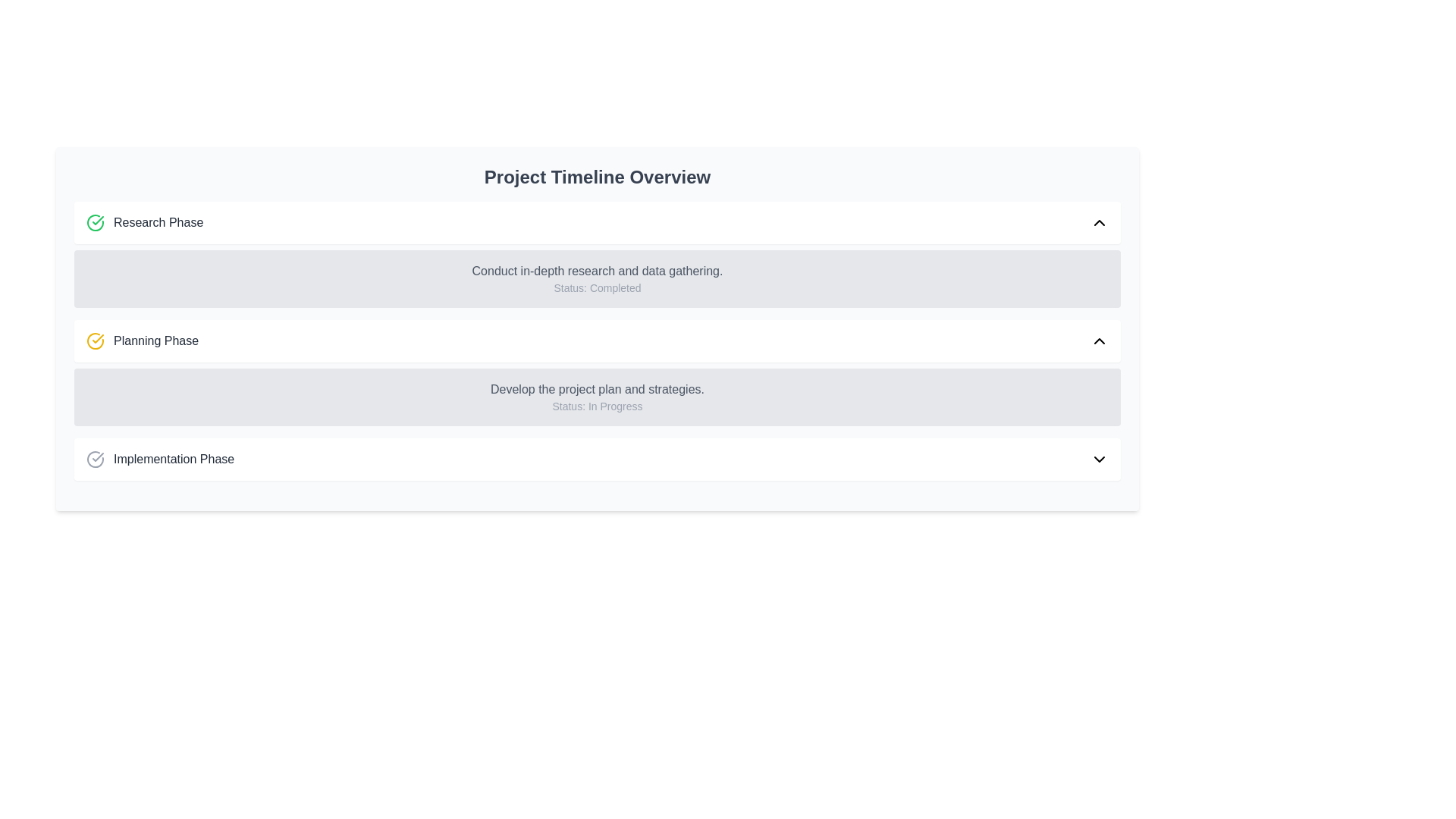 This screenshot has width=1456, height=819. What do you see at coordinates (156, 341) in the screenshot?
I see `the text label that reads 'Planning Phase', which is styled with a bold font and positioned next to a yellow circular check mark icon` at bounding box center [156, 341].